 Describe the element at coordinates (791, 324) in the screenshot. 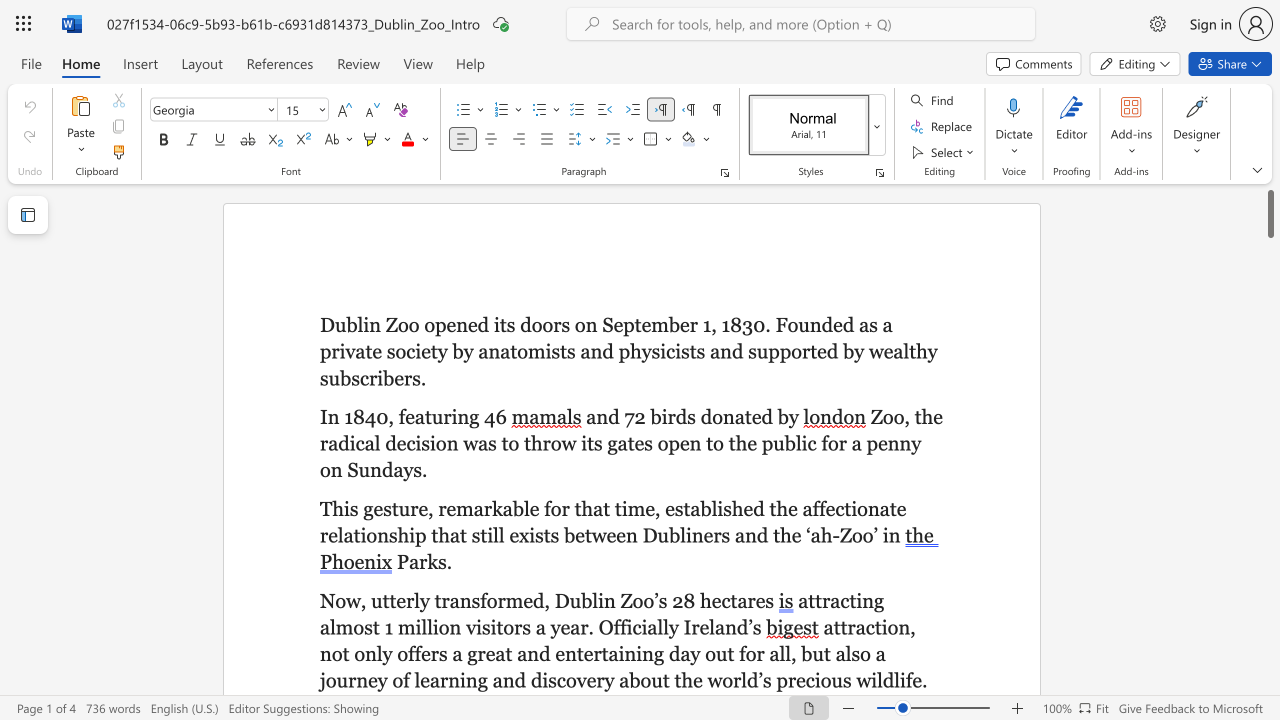

I see `the 7th character "o" in the text` at that location.